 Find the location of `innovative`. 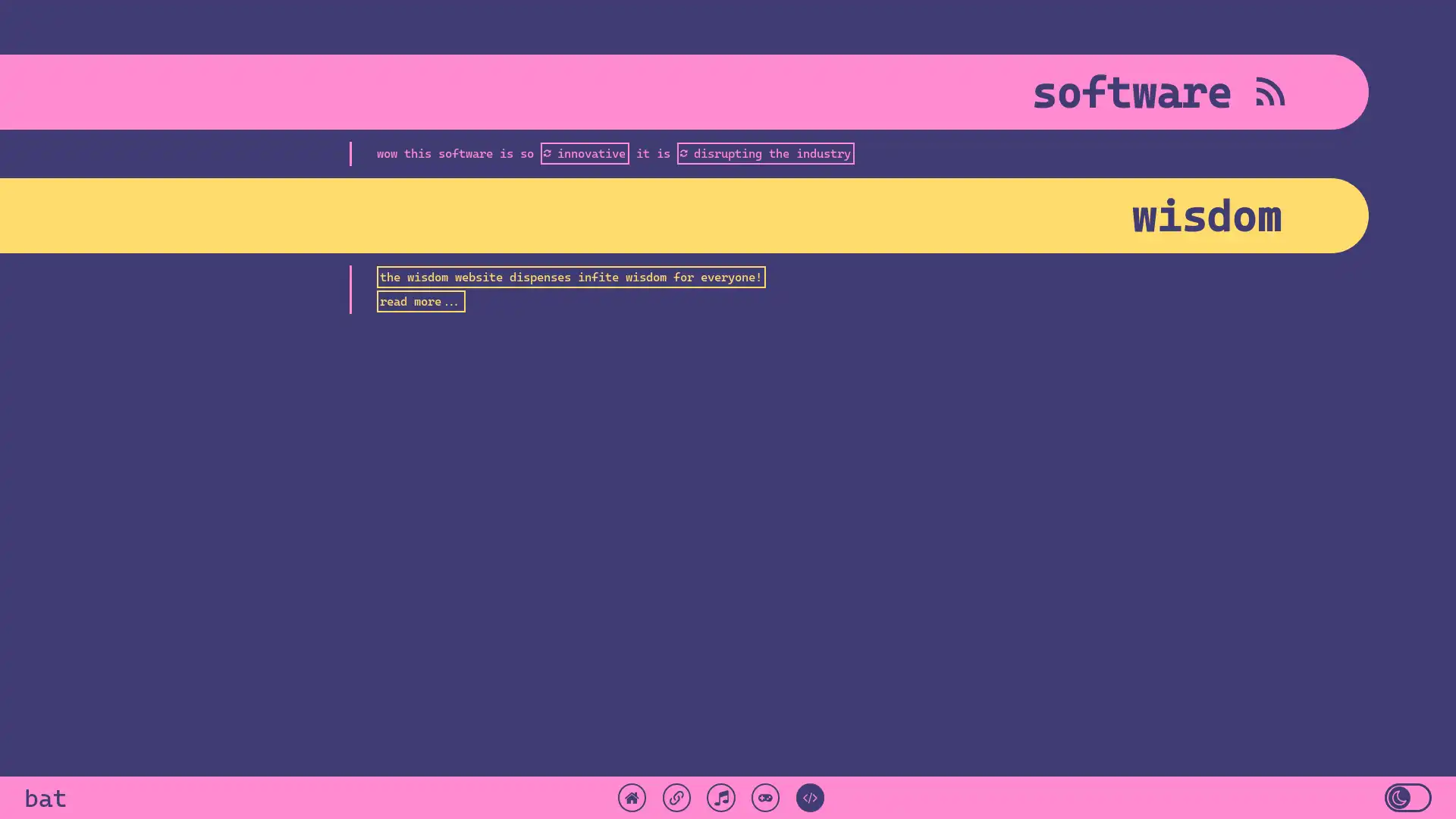

innovative is located at coordinates (583, 152).